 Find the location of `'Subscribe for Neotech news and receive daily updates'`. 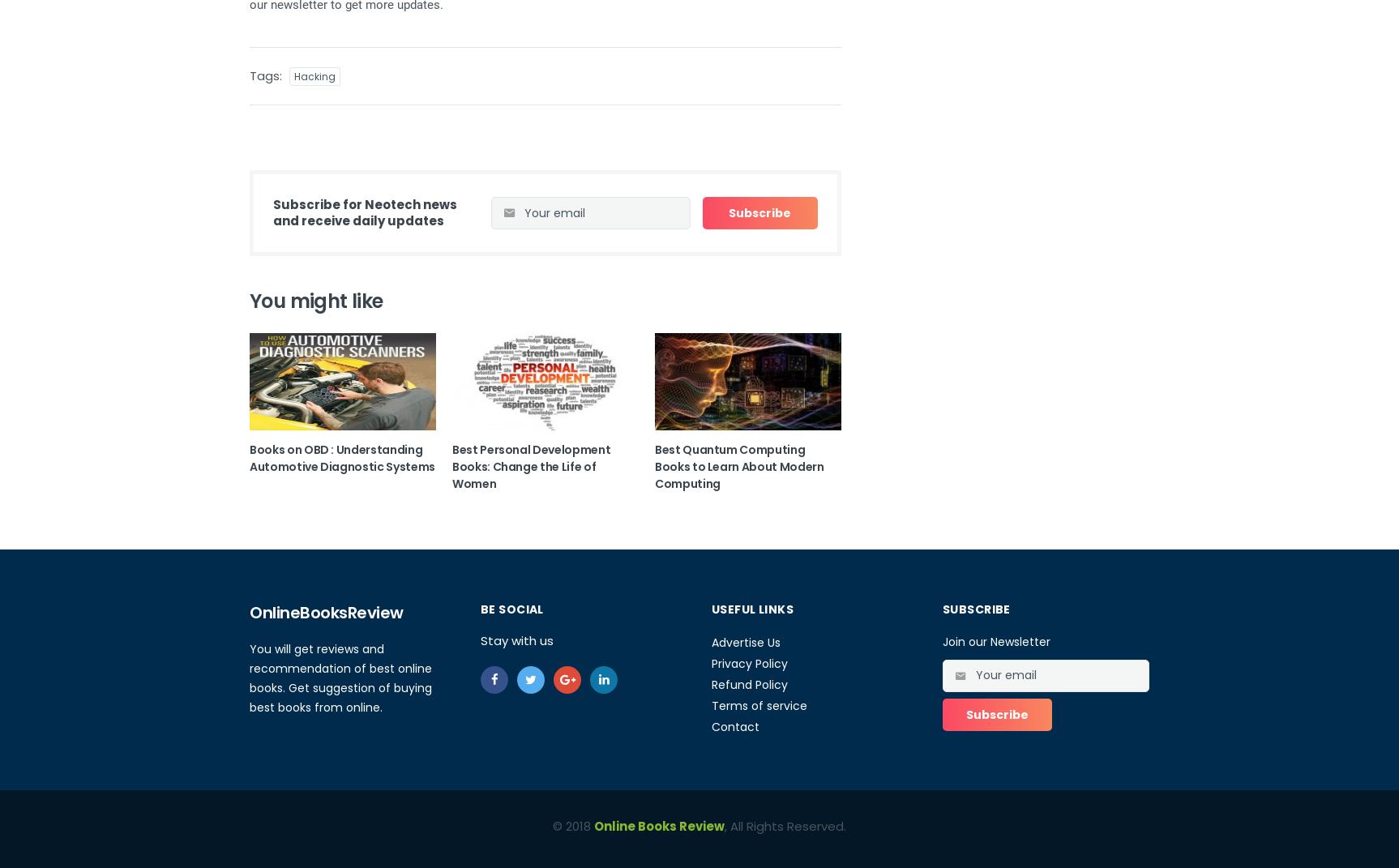

'Subscribe for Neotech news and receive daily updates' is located at coordinates (364, 212).